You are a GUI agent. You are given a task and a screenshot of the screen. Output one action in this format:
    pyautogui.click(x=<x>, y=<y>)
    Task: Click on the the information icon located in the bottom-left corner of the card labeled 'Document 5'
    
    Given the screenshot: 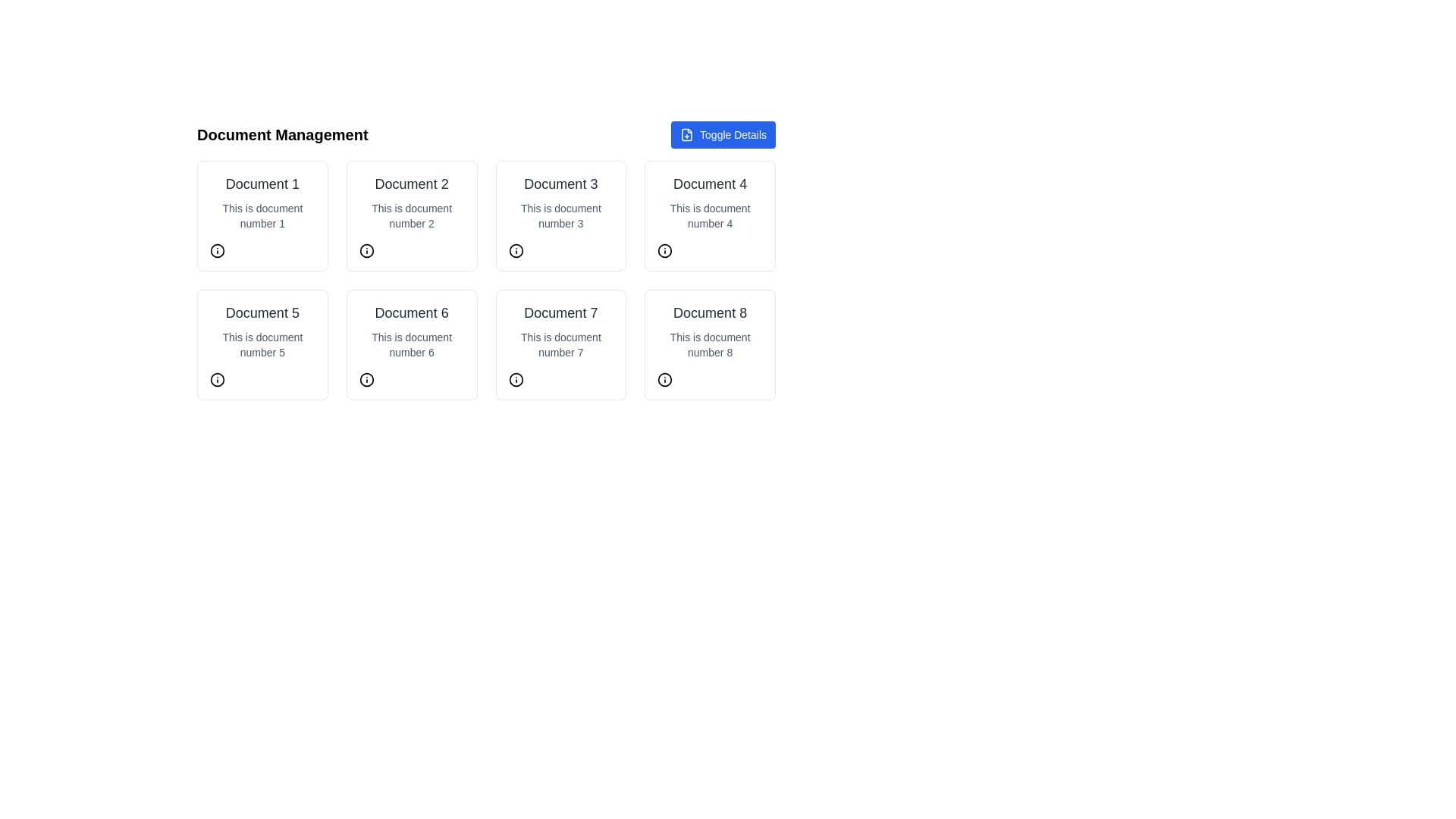 What is the action you would take?
    pyautogui.click(x=217, y=379)
    